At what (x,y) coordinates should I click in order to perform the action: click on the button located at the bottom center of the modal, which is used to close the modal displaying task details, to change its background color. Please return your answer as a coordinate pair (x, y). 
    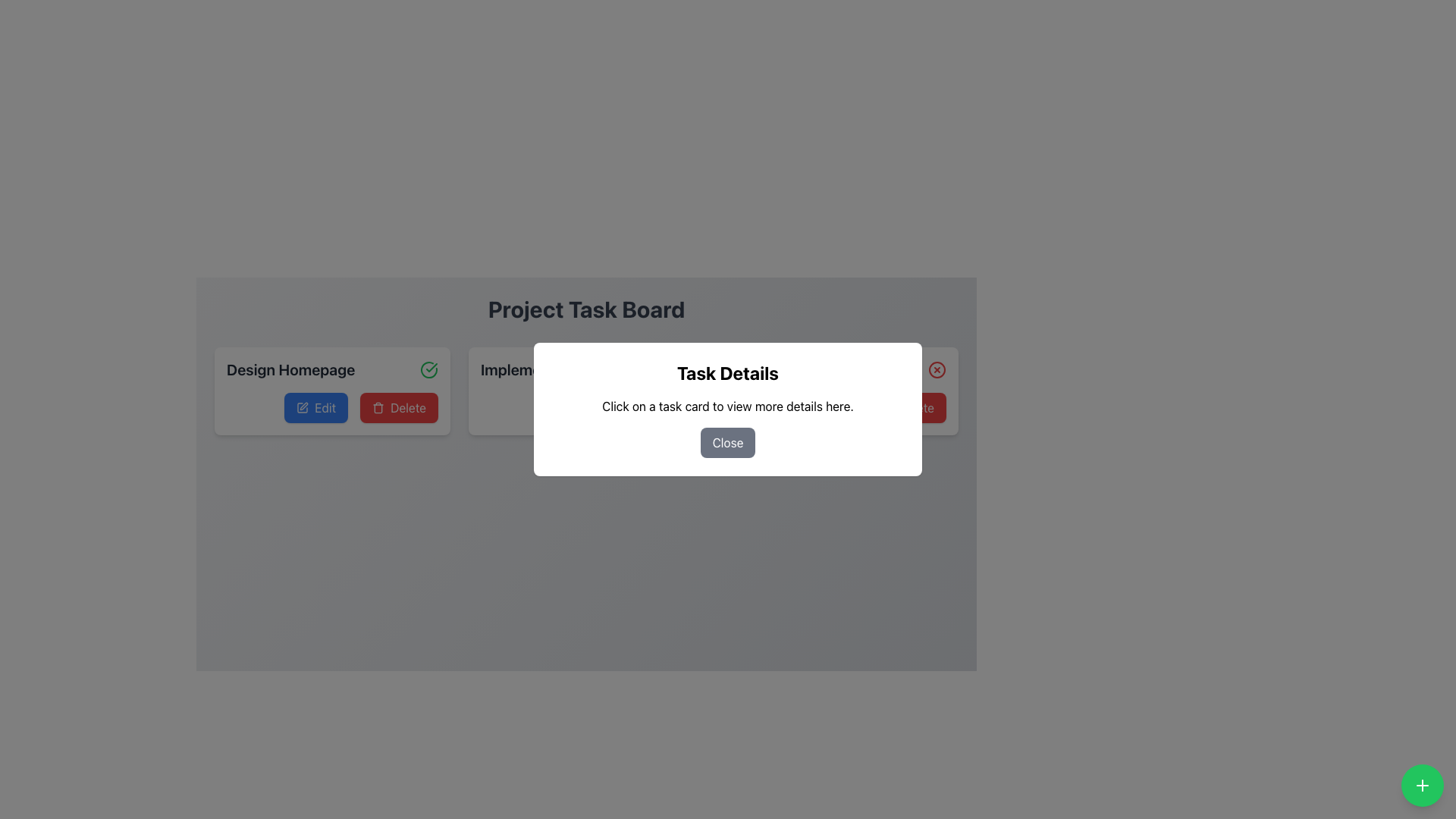
    Looking at the image, I should click on (728, 442).